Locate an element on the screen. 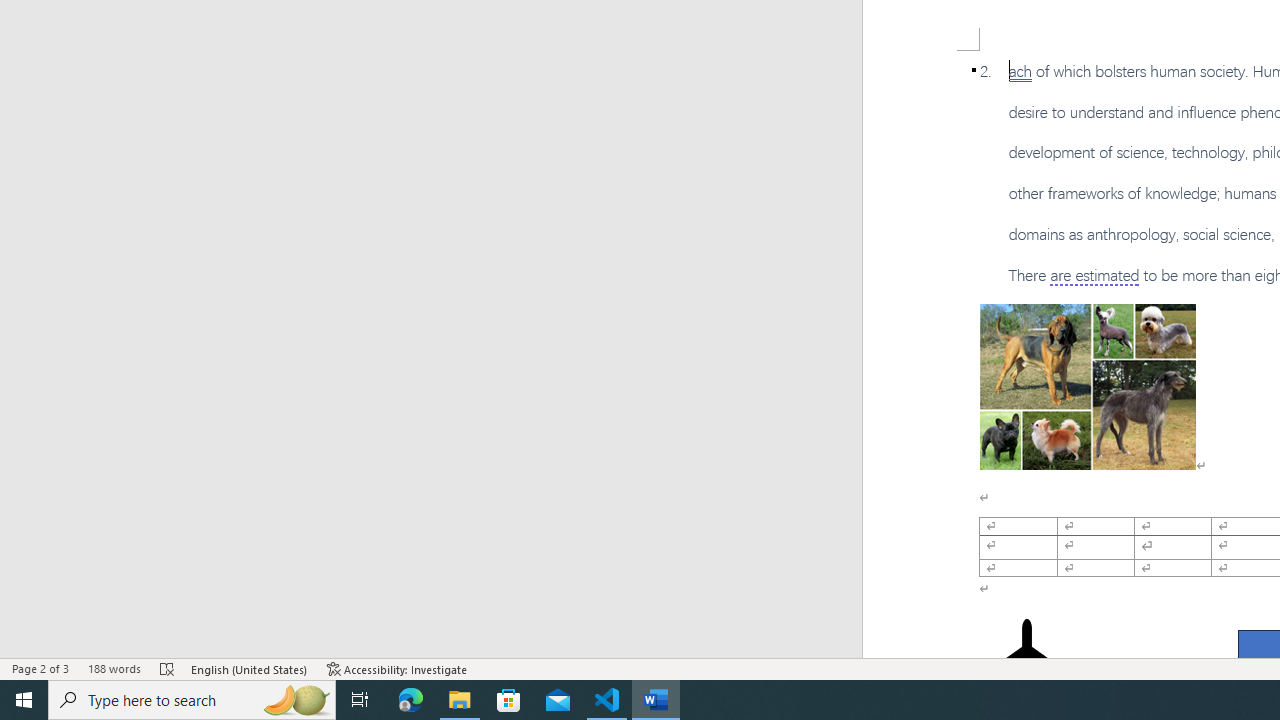 The image size is (1280, 720). 'Language English (United States)' is located at coordinates (249, 669).